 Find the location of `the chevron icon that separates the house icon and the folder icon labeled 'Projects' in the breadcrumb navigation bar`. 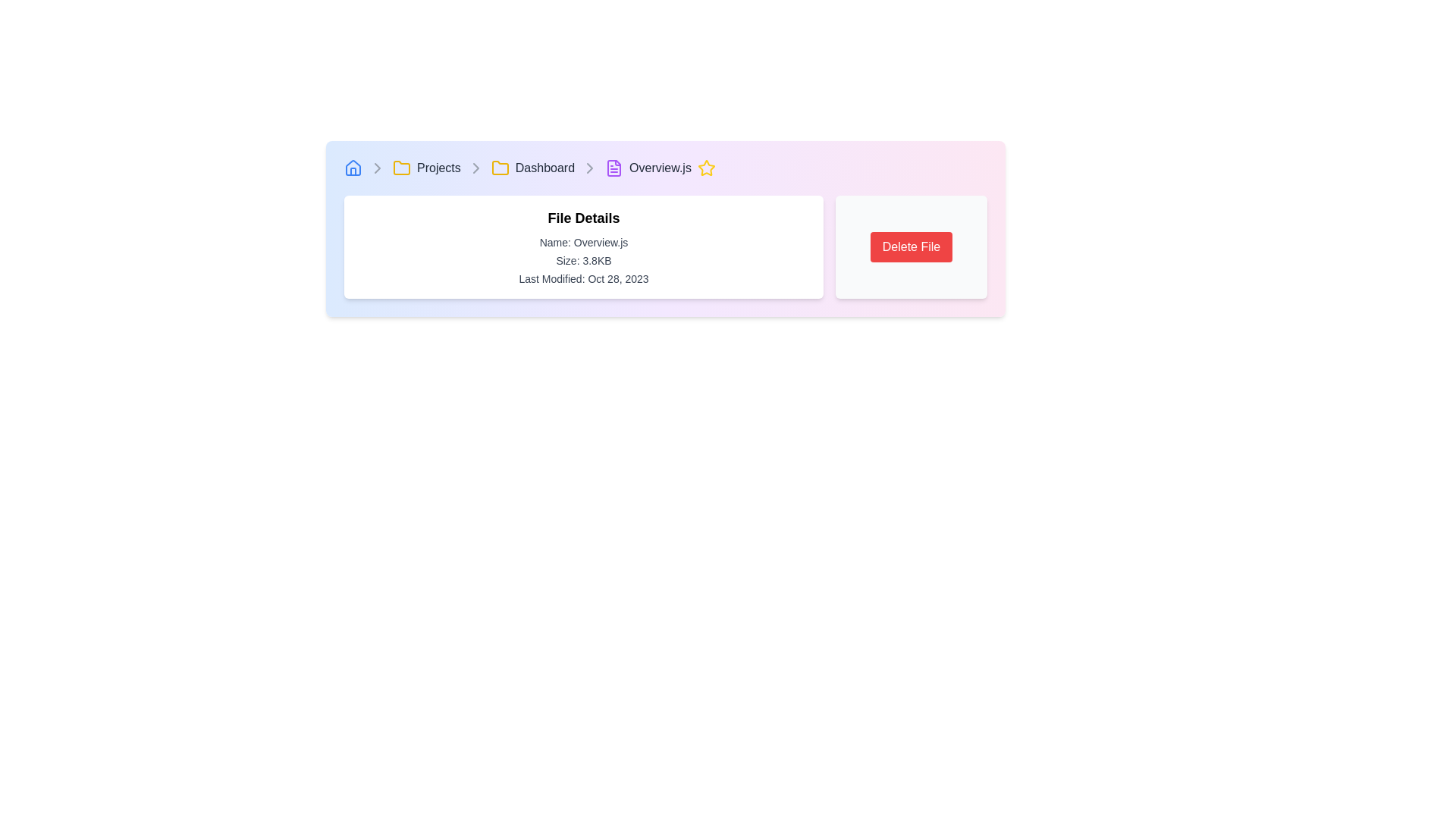

the chevron icon that separates the house icon and the folder icon labeled 'Projects' in the breadcrumb navigation bar is located at coordinates (378, 168).